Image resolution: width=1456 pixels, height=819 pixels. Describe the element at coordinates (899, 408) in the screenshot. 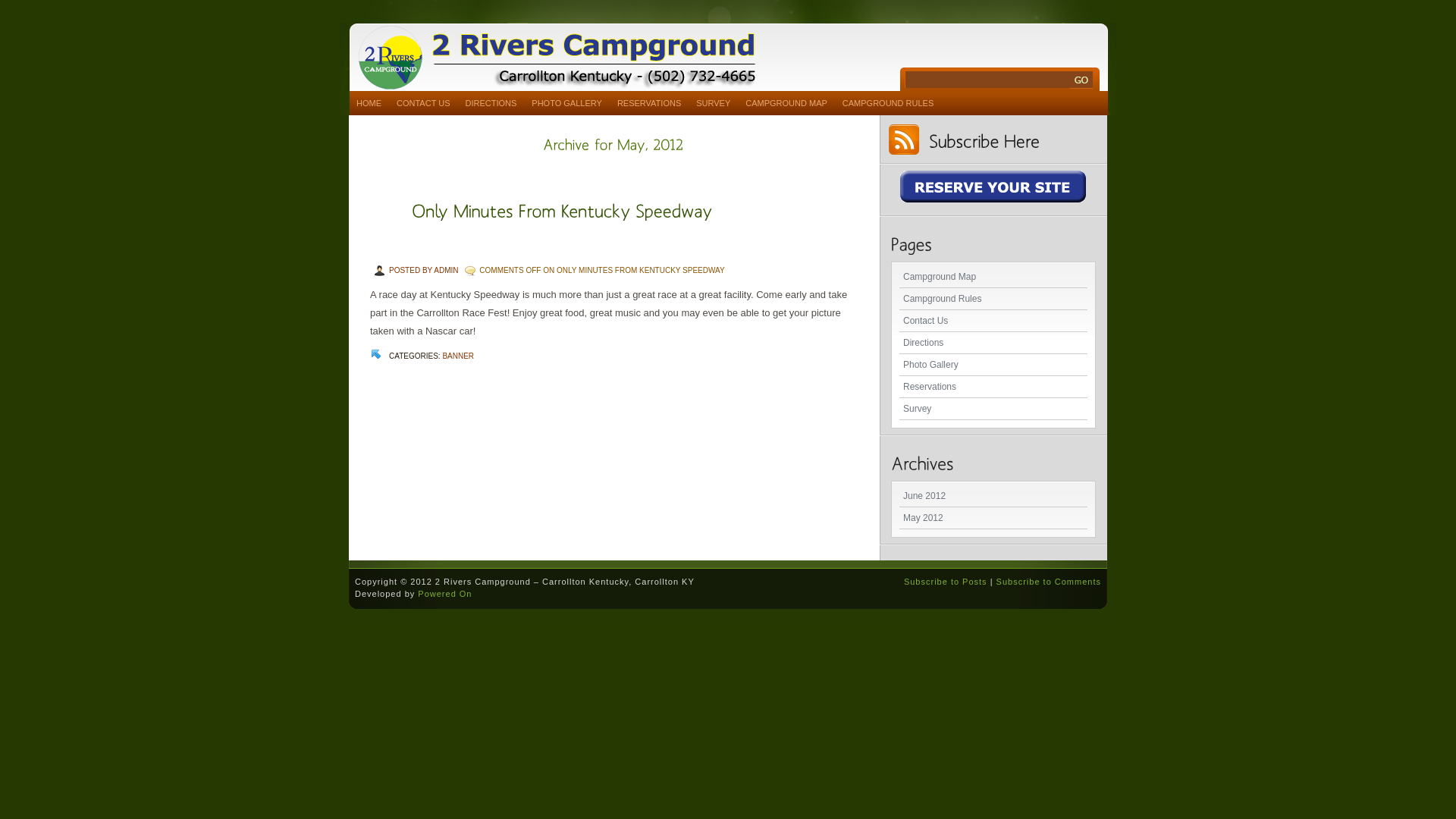

I see `'Survey'` at that location.